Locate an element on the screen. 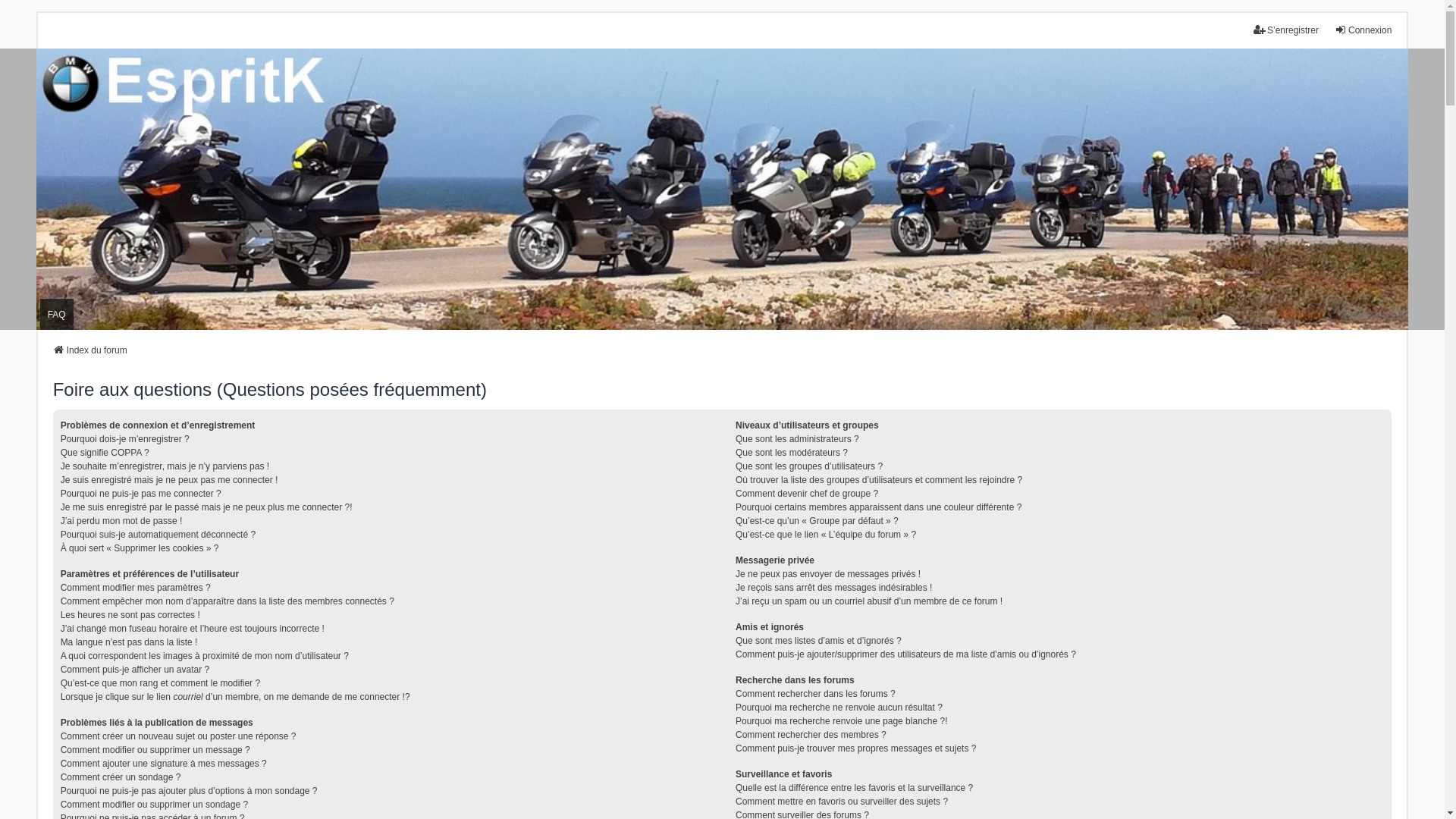  'Connexion' is located at coordinates (1363, 30).